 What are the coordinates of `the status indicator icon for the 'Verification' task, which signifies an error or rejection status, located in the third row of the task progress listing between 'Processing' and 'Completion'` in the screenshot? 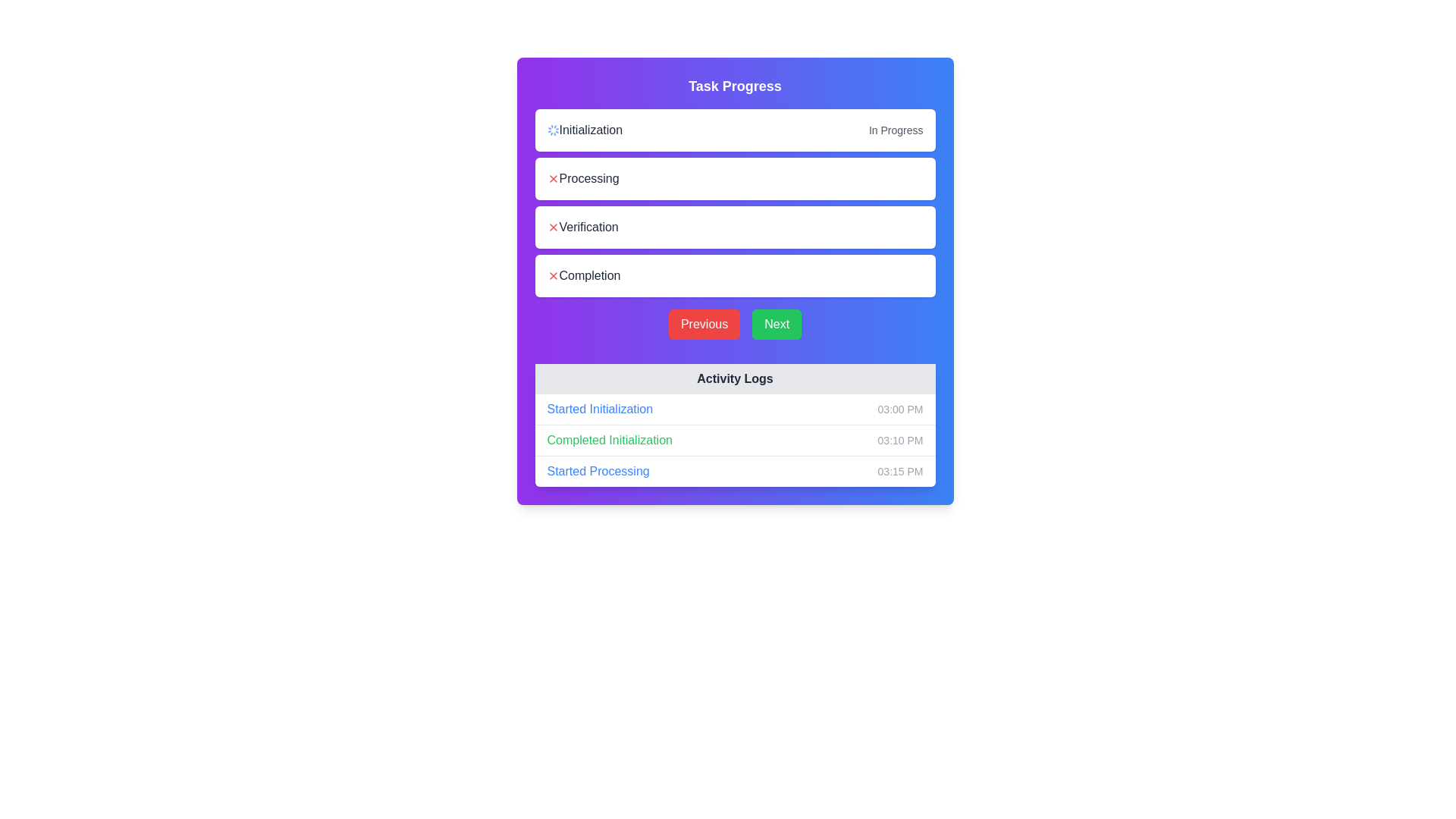 It's located at (552, 227).